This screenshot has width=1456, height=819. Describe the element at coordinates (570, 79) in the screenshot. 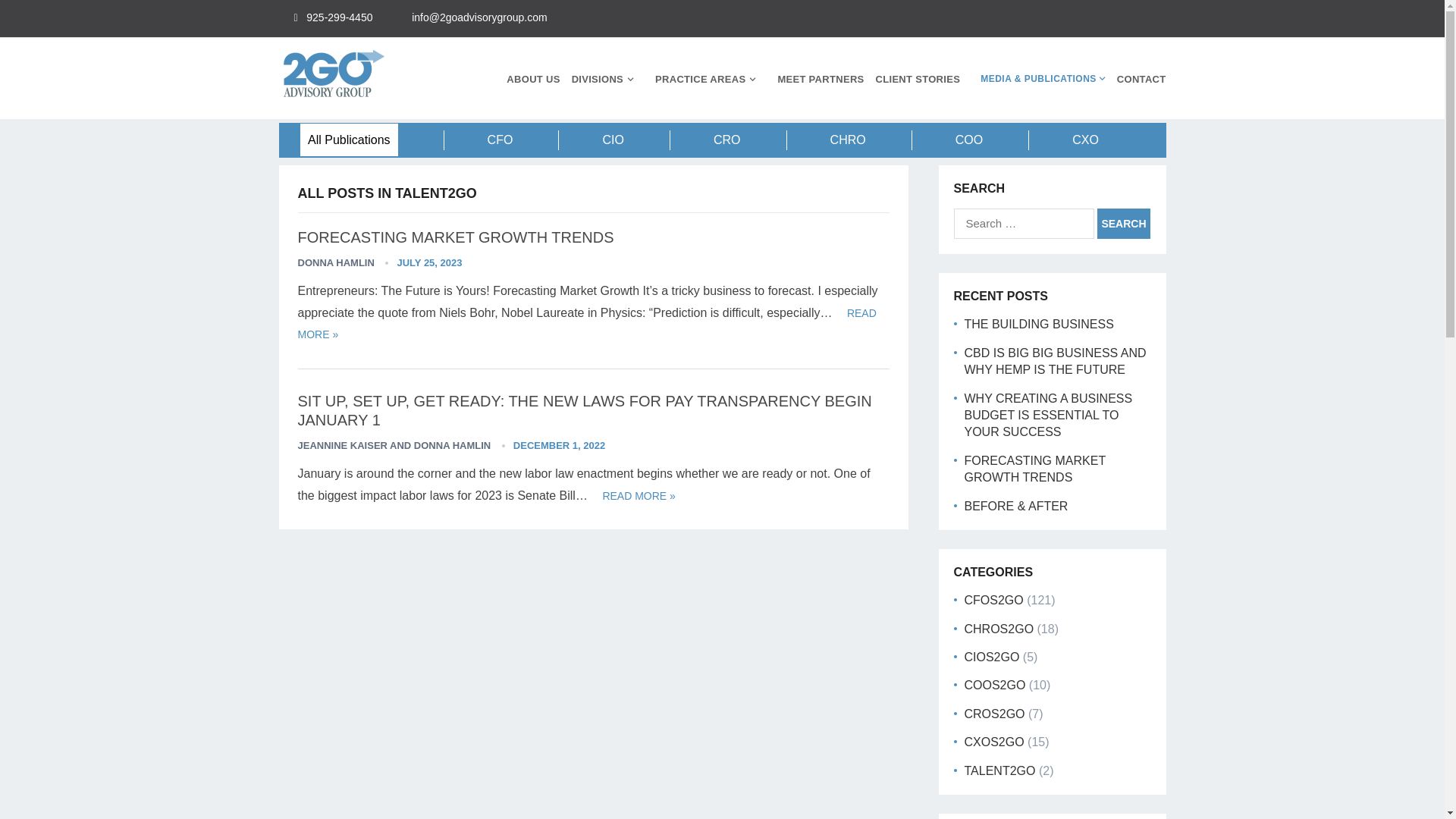

I see `'DIVISIONS'` at that location.